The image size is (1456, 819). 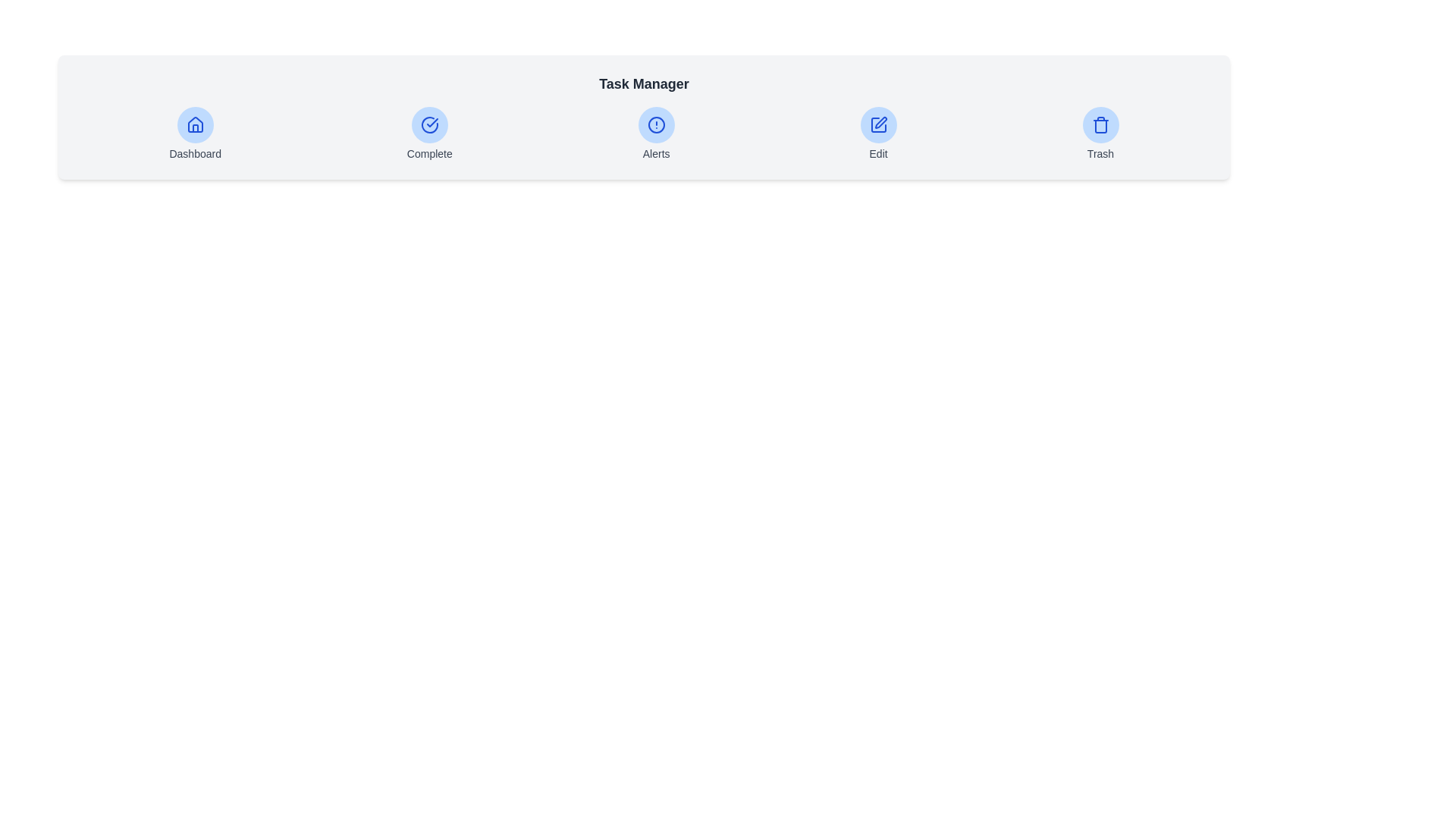 I want to click on the alert icon, a circular button with a blue outline and a vertical line and dot at its center, located in the center of the navigation bar under the 'Alerts' label, so click(x=656, y=124).